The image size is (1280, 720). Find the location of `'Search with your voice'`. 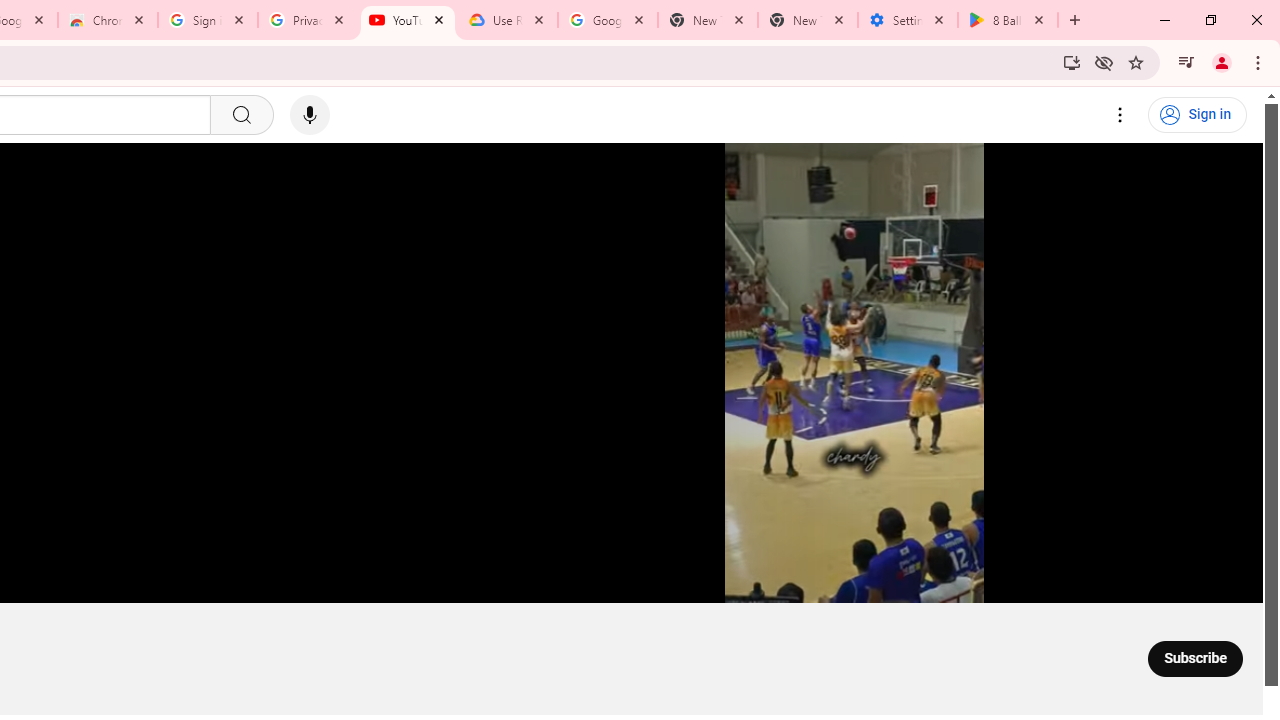

'Search with your voice' is located at coordinates (308, 115).